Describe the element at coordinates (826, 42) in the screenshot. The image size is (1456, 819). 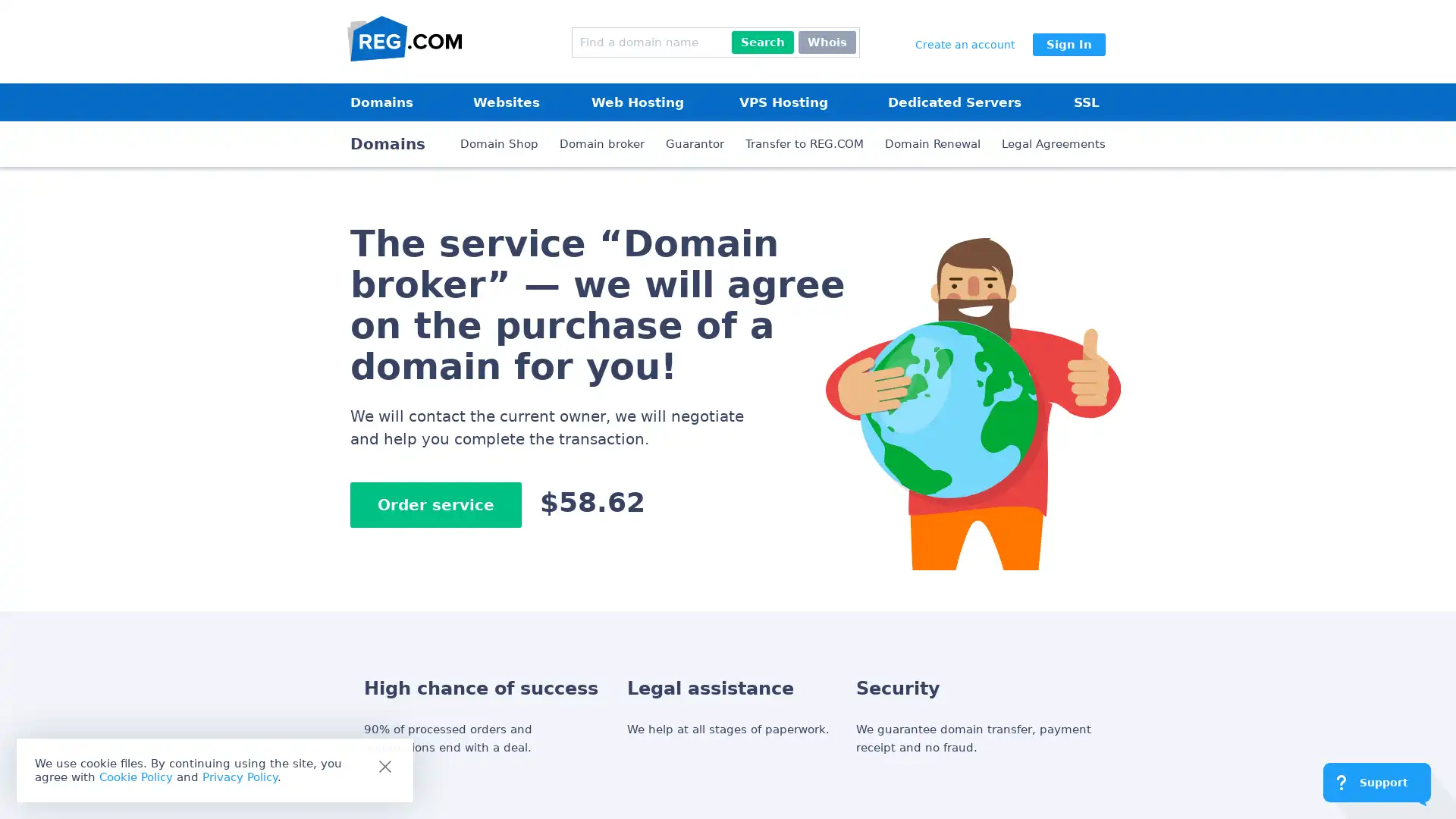
I see `Whois` at that location.